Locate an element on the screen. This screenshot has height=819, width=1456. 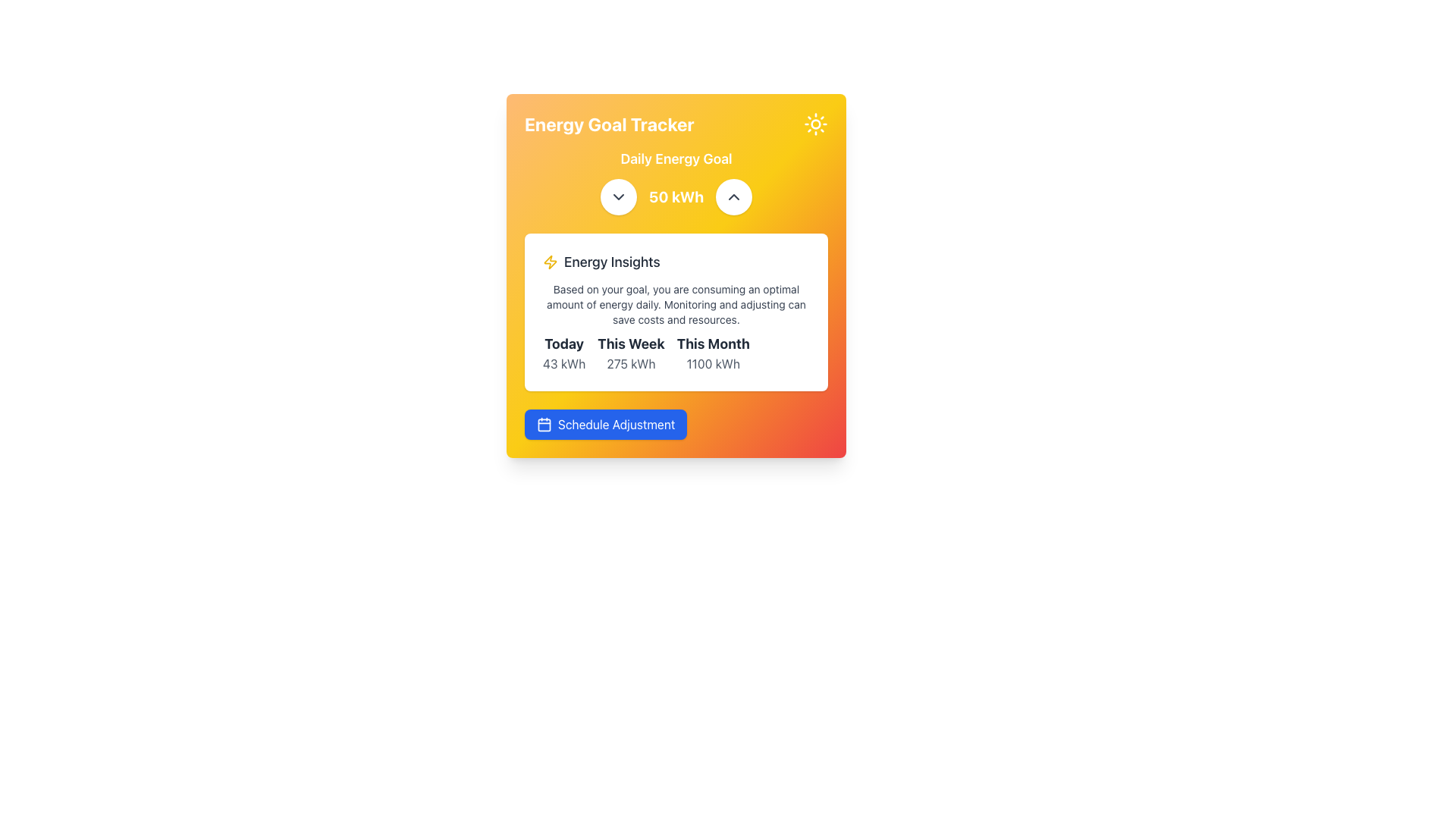
the Text heading that serves as a title for the daily energy consumption goal, located centrally above the numerical energy display ('50 kWh') is located at coordinates (676, 158).